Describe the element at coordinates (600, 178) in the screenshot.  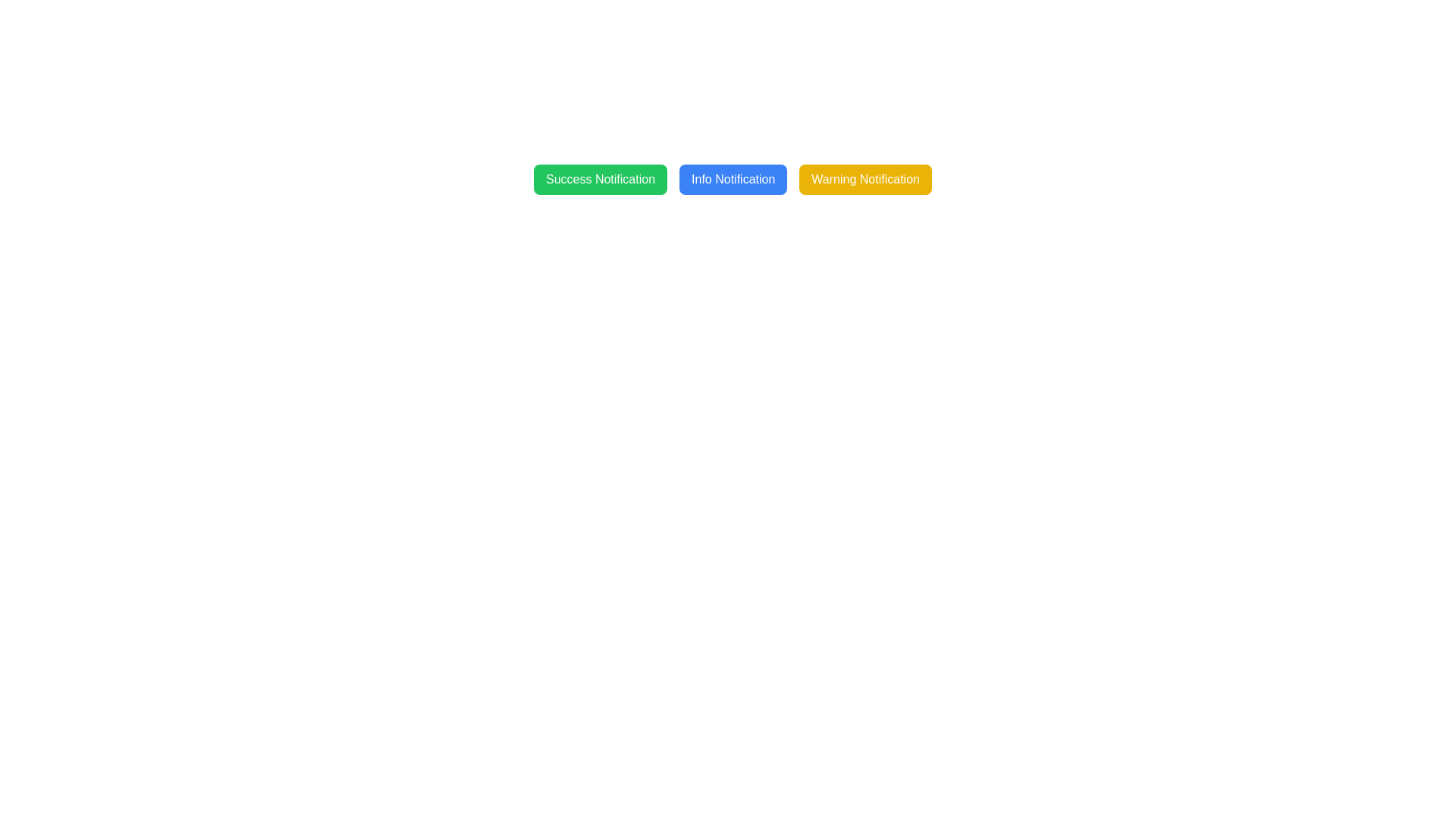
I see `the green rectangular button labeled 'Success Notification'` at that location.